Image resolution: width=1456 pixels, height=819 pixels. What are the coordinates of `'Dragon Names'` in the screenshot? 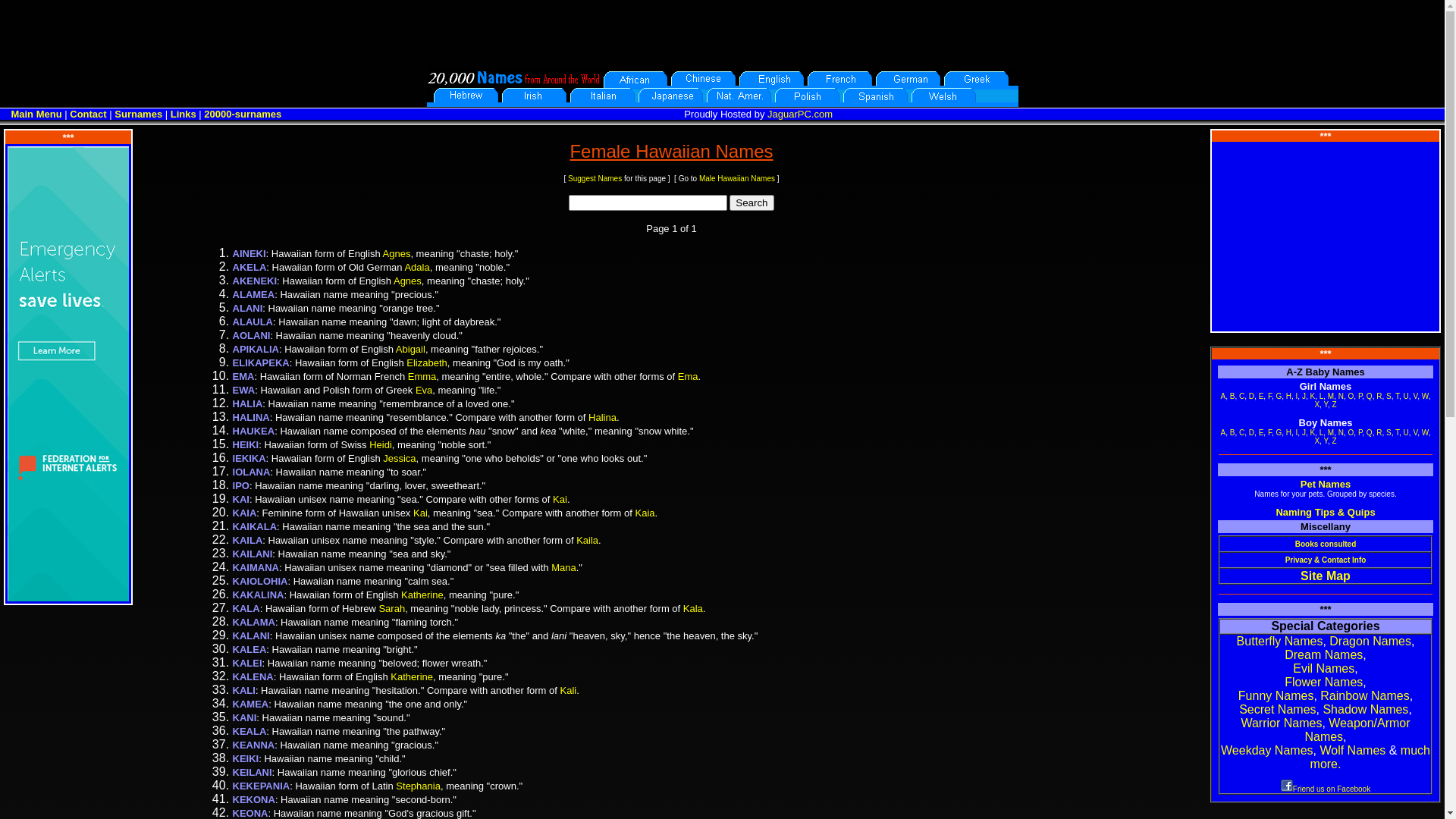 It's located at (1370, 641).